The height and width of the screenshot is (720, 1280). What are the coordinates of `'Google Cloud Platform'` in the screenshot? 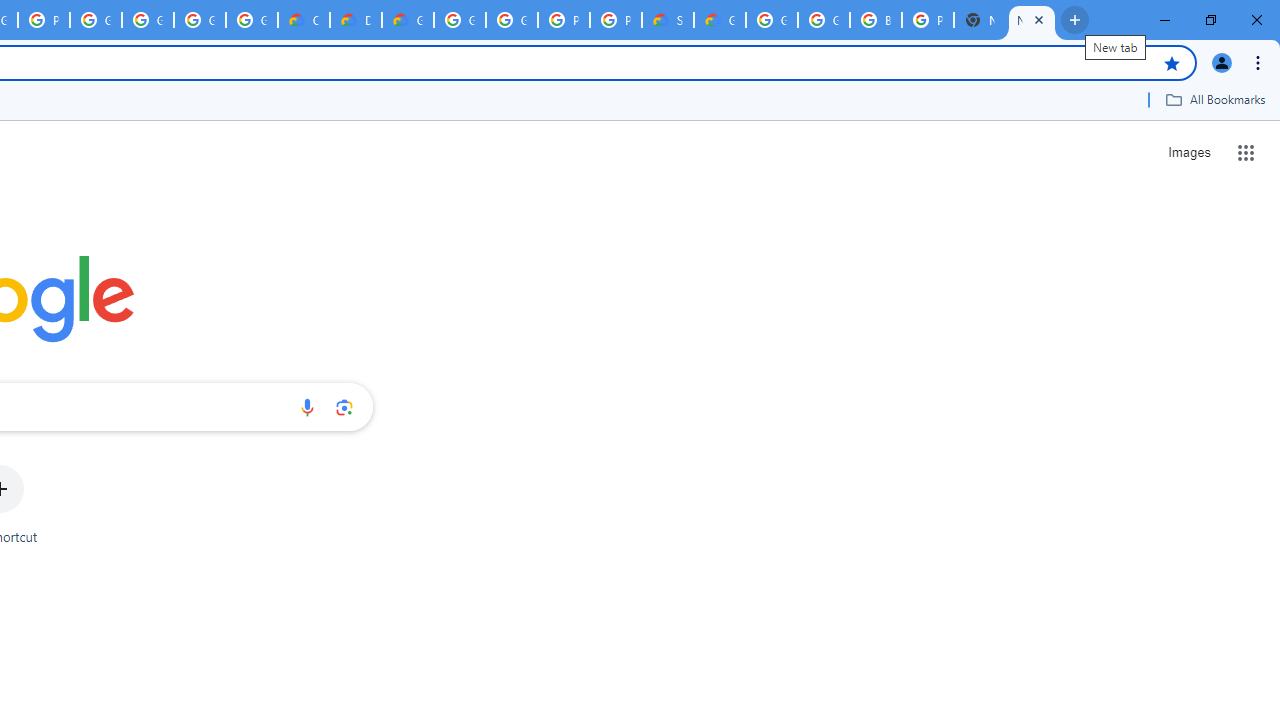 It's located at (512, 20).